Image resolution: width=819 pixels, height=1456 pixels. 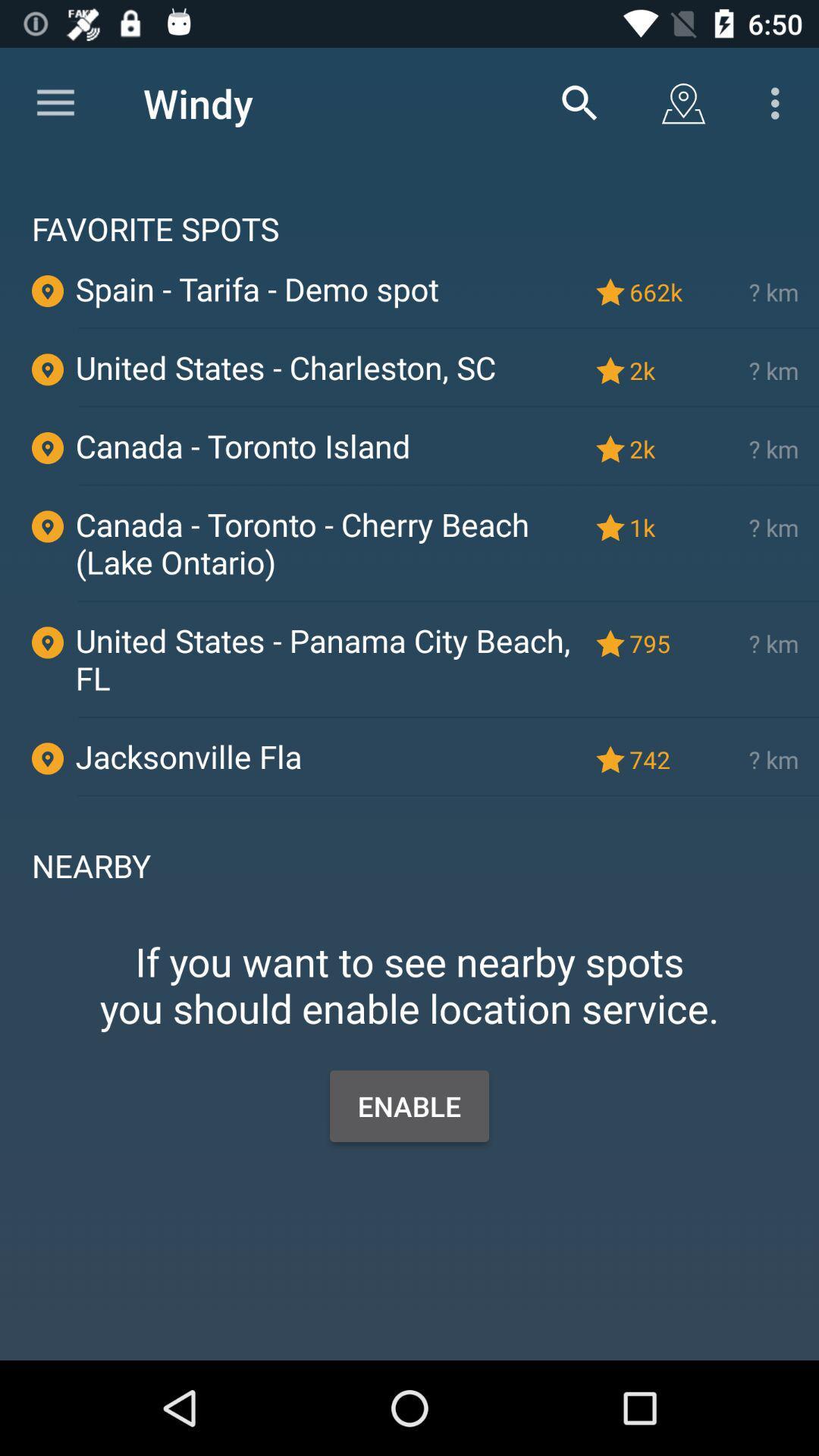 I want to click on icon to the left of ? km icon, so click(x=658, y=292).